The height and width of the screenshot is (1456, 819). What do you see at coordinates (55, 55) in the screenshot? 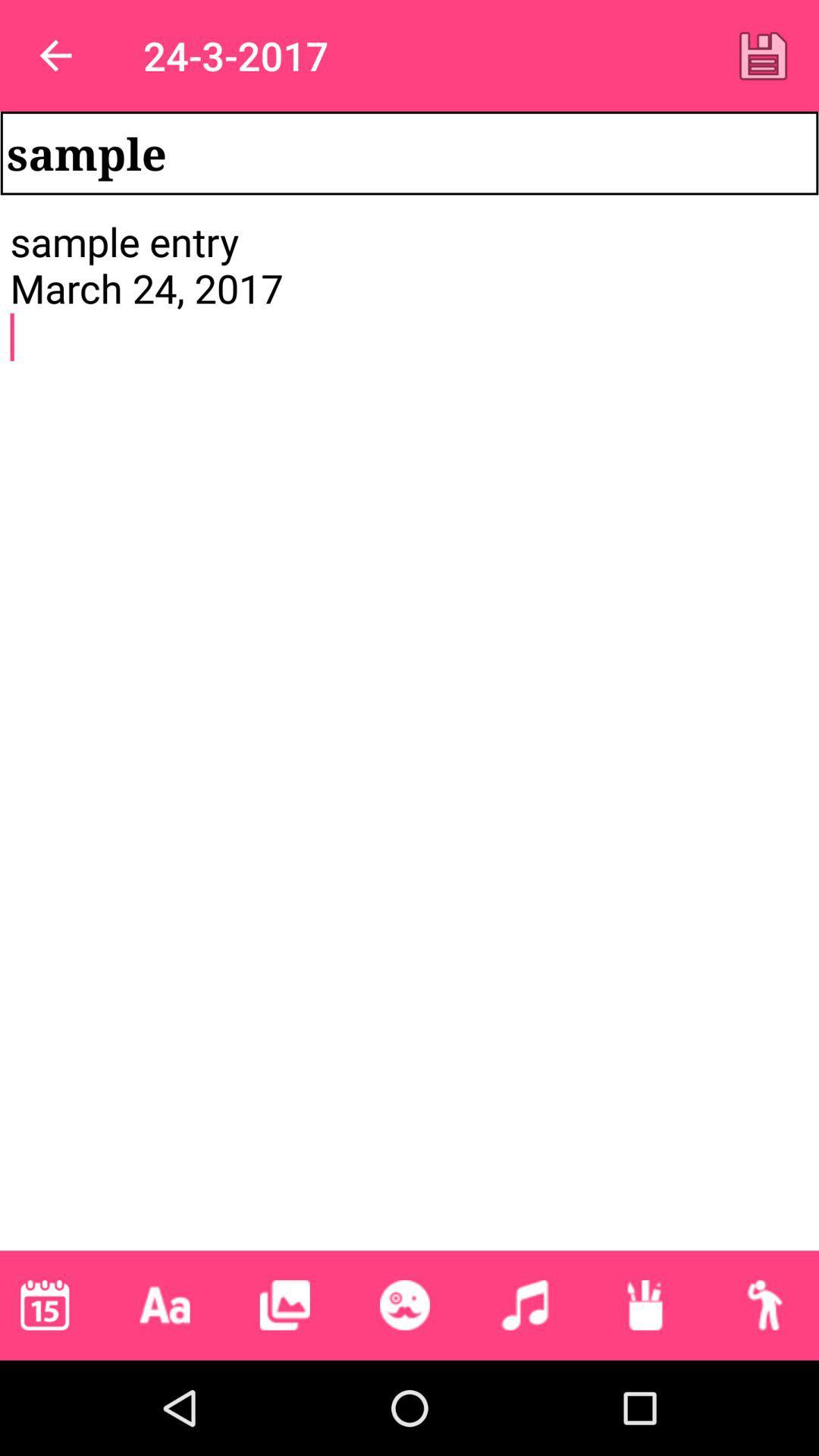
I see `item above the sample item` at bounding box center [55, 55].